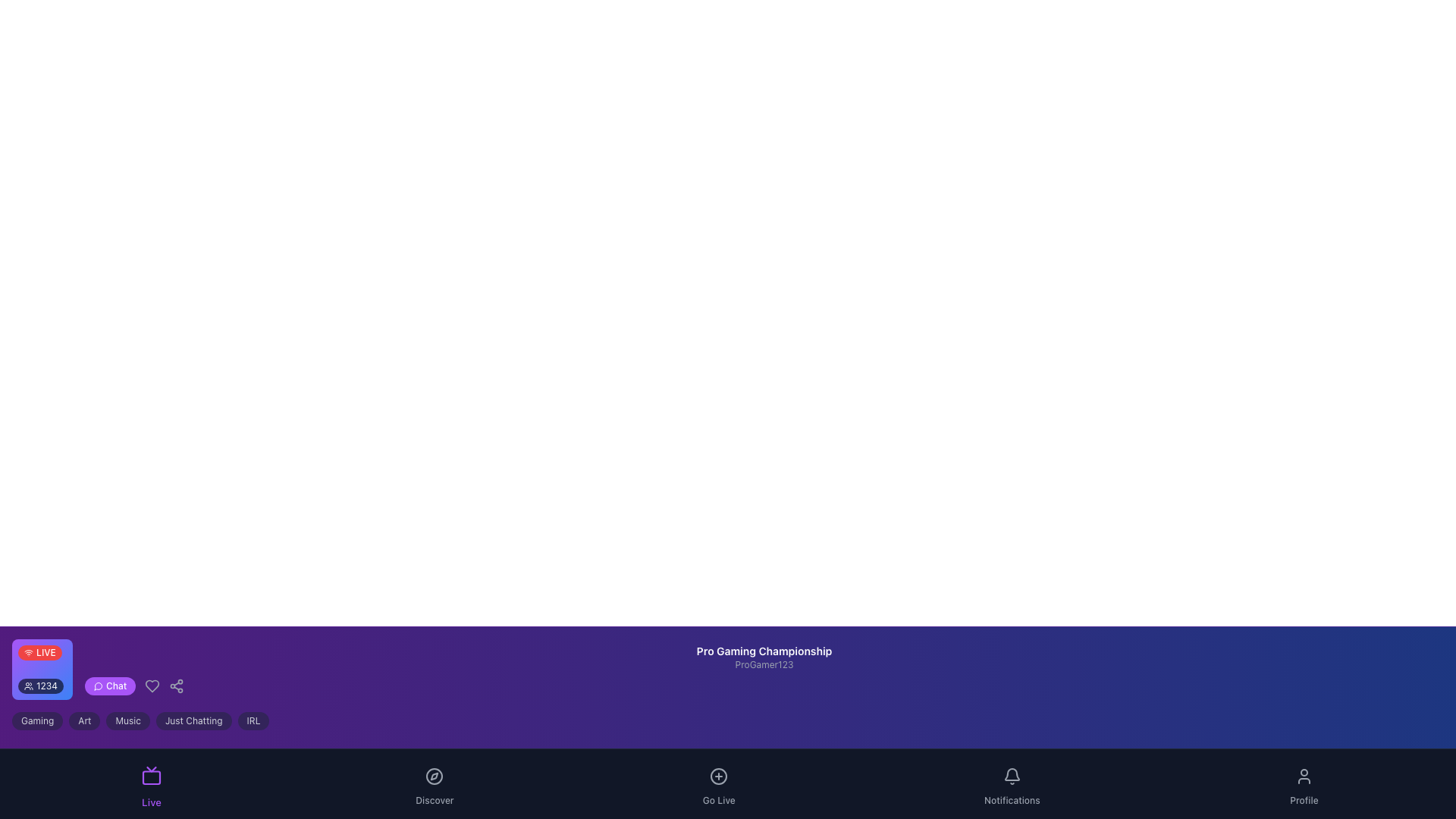 The height and width of the screenshot is (819, 1456). I want to click on the static text element displaying 'ProGamer123' in gray font against a purple background, positioned below 'Pro Gaming Championship' and above 'Chat', so click(764, 664).